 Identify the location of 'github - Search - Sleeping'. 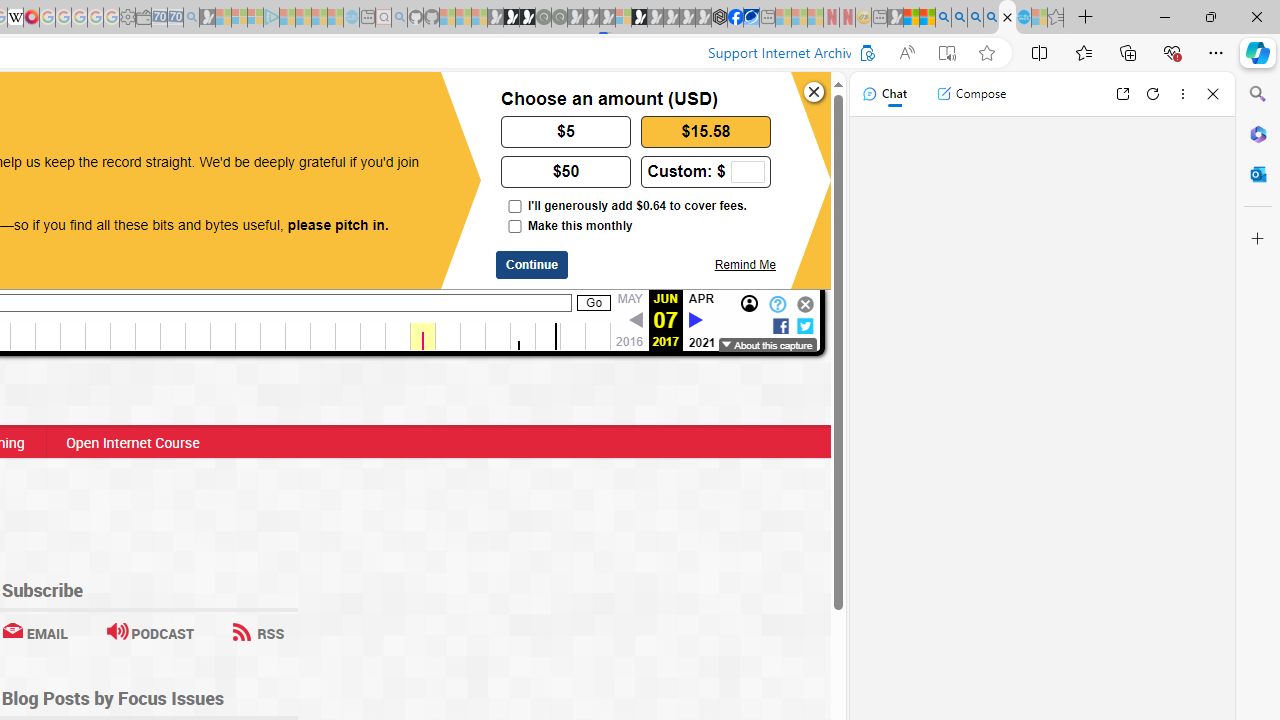
(399, 17).